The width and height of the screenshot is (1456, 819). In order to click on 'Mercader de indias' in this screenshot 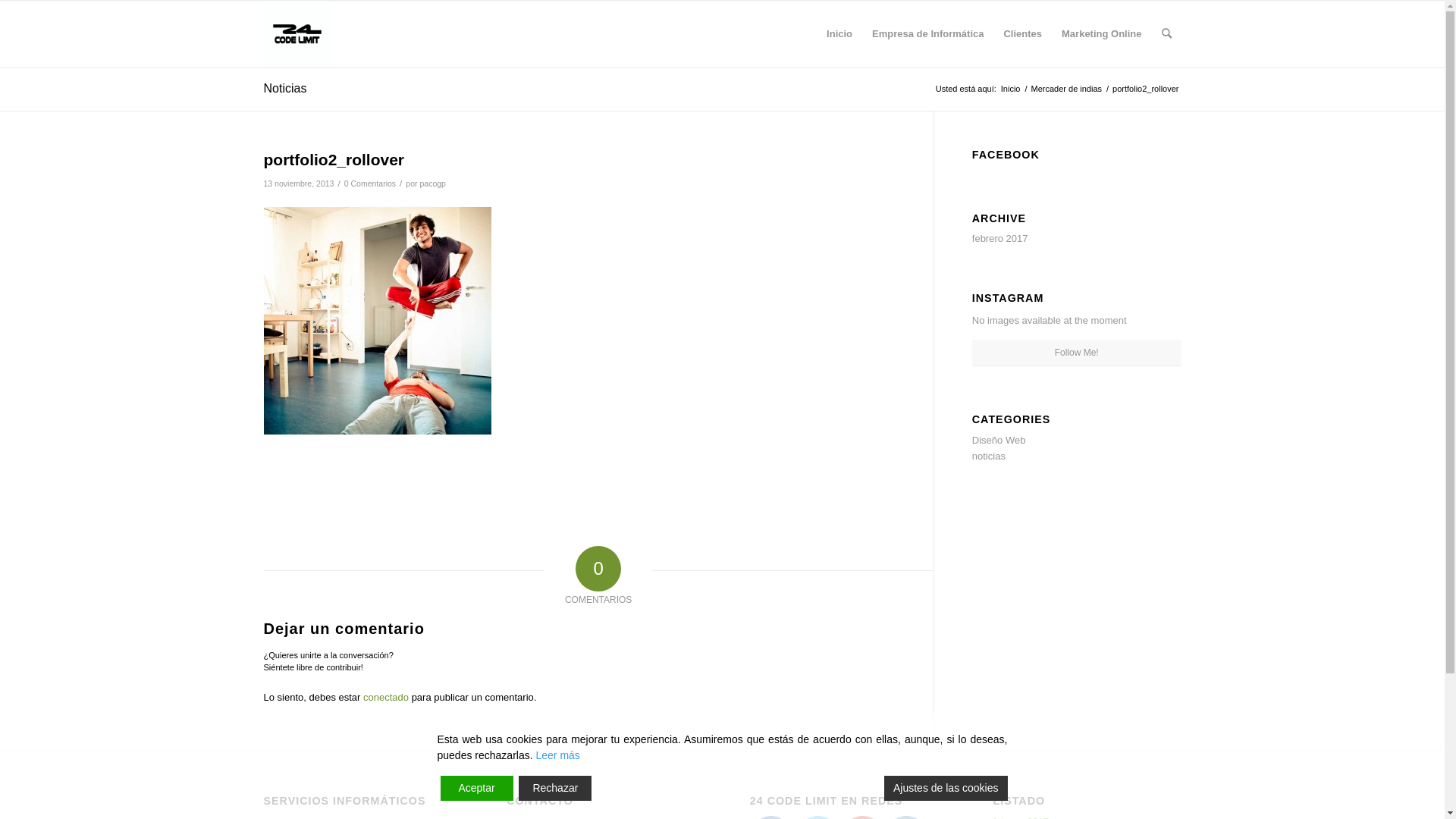, I will do `click(1065, 89)`.